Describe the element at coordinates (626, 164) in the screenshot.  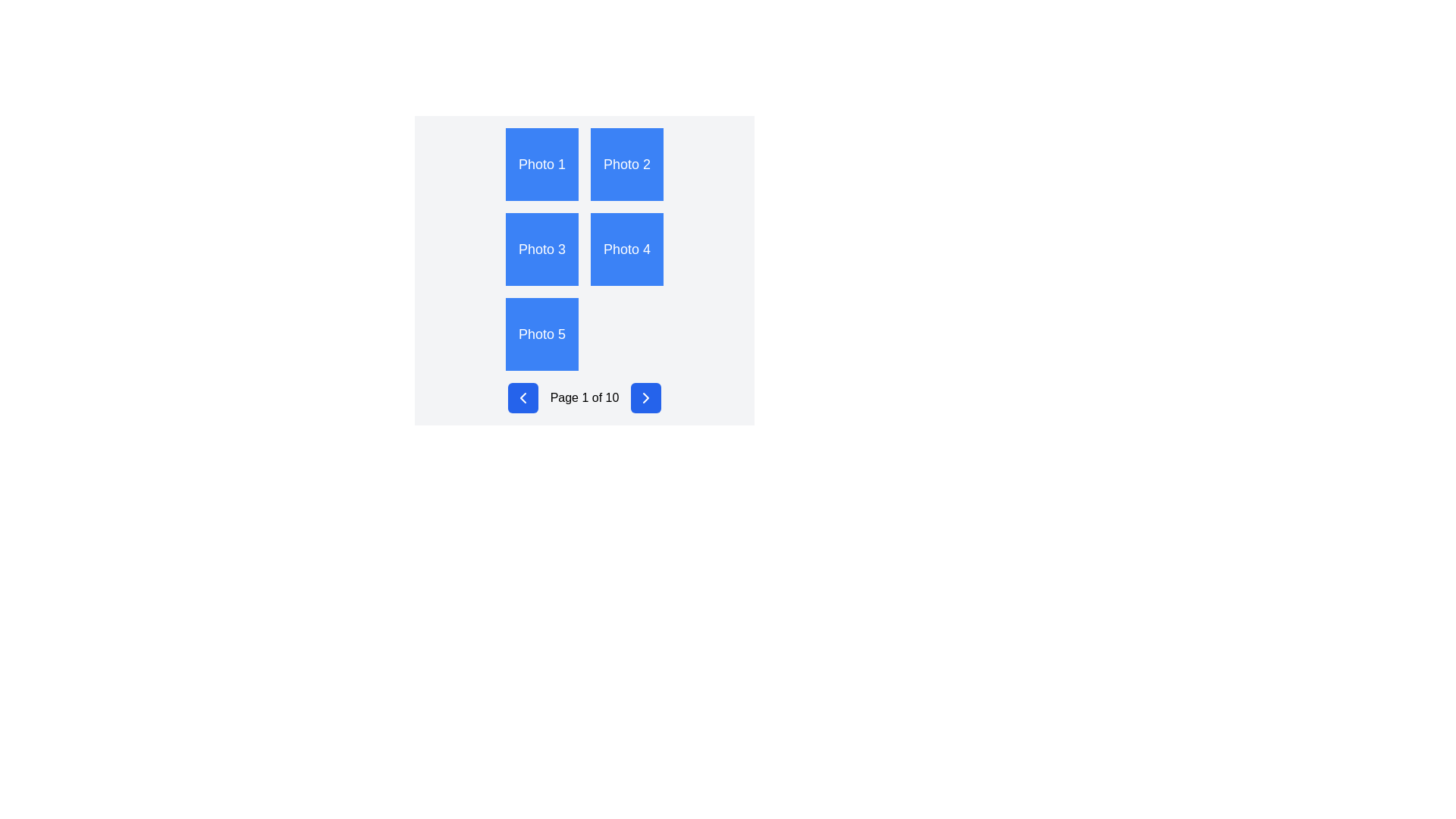
I see `the static text label labeled 'Photo 2' in the top row, second column of the grid layout` at that location.